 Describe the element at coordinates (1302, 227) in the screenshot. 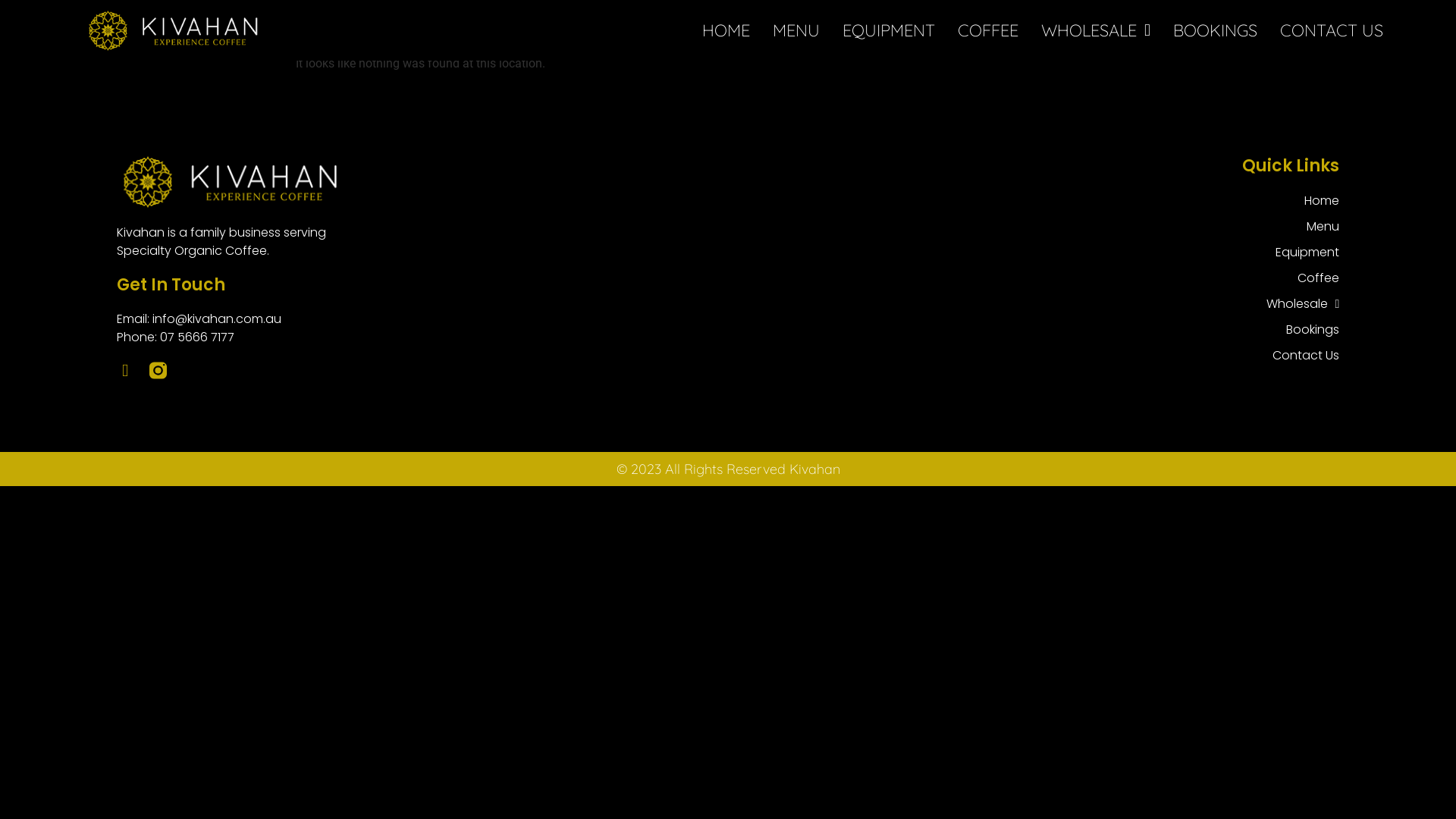

I see `'Menu'` at that location.